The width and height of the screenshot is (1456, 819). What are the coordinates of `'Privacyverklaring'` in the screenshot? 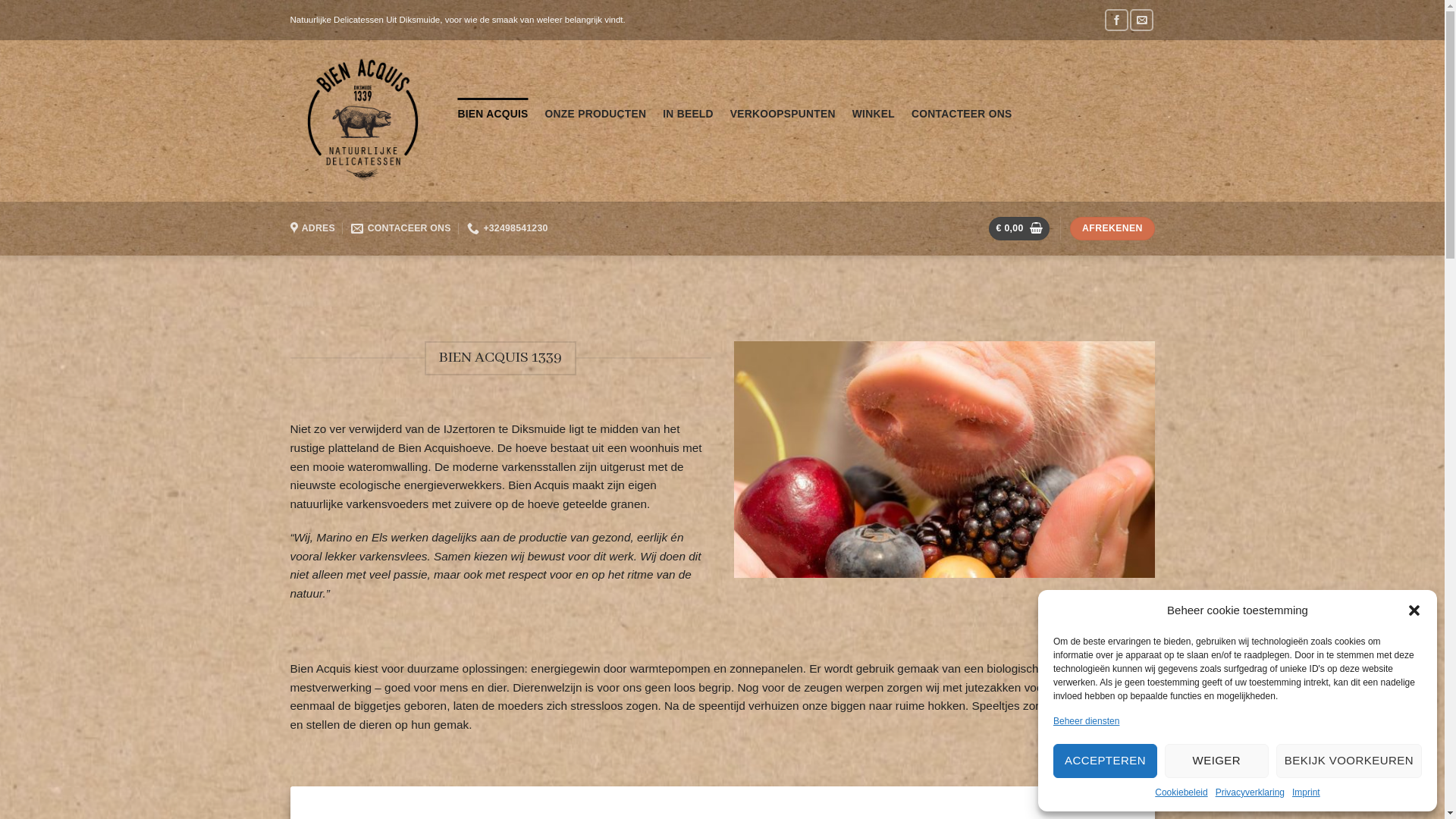 It's located at (1250, 792).